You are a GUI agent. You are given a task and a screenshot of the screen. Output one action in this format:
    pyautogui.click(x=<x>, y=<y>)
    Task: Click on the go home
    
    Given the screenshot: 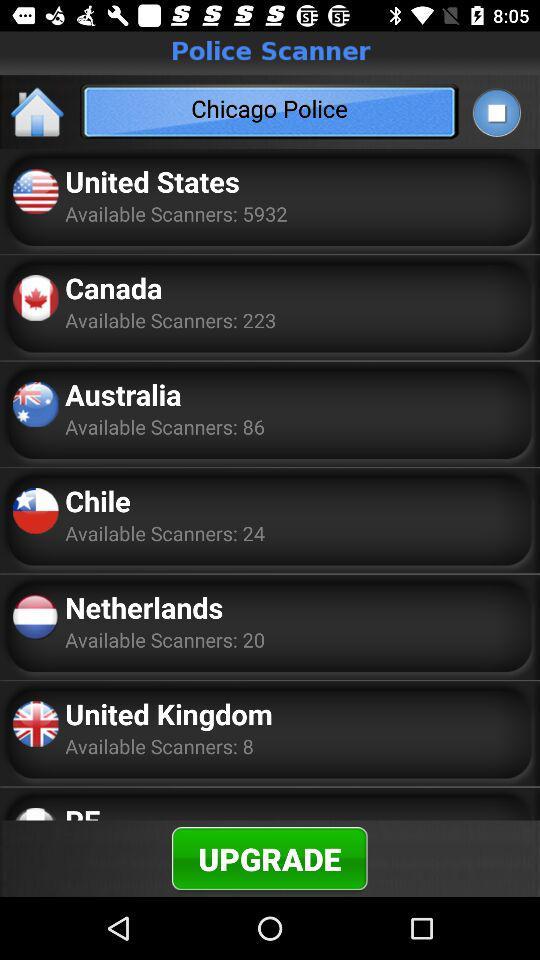 What is the action you would take?
    pyautogui.click(x=38, y=111)
    